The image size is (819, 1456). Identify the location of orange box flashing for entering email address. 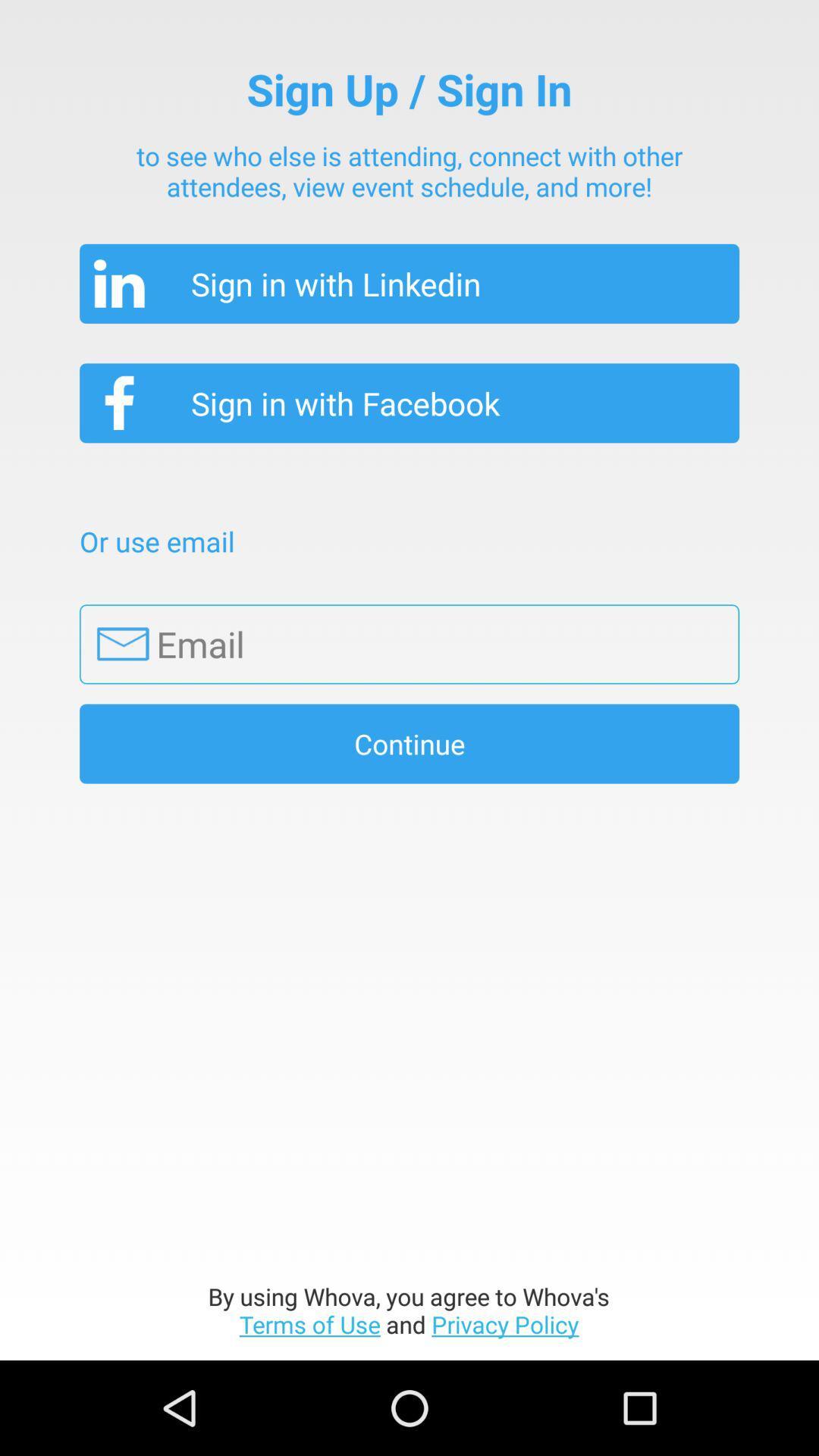
(409, 644).